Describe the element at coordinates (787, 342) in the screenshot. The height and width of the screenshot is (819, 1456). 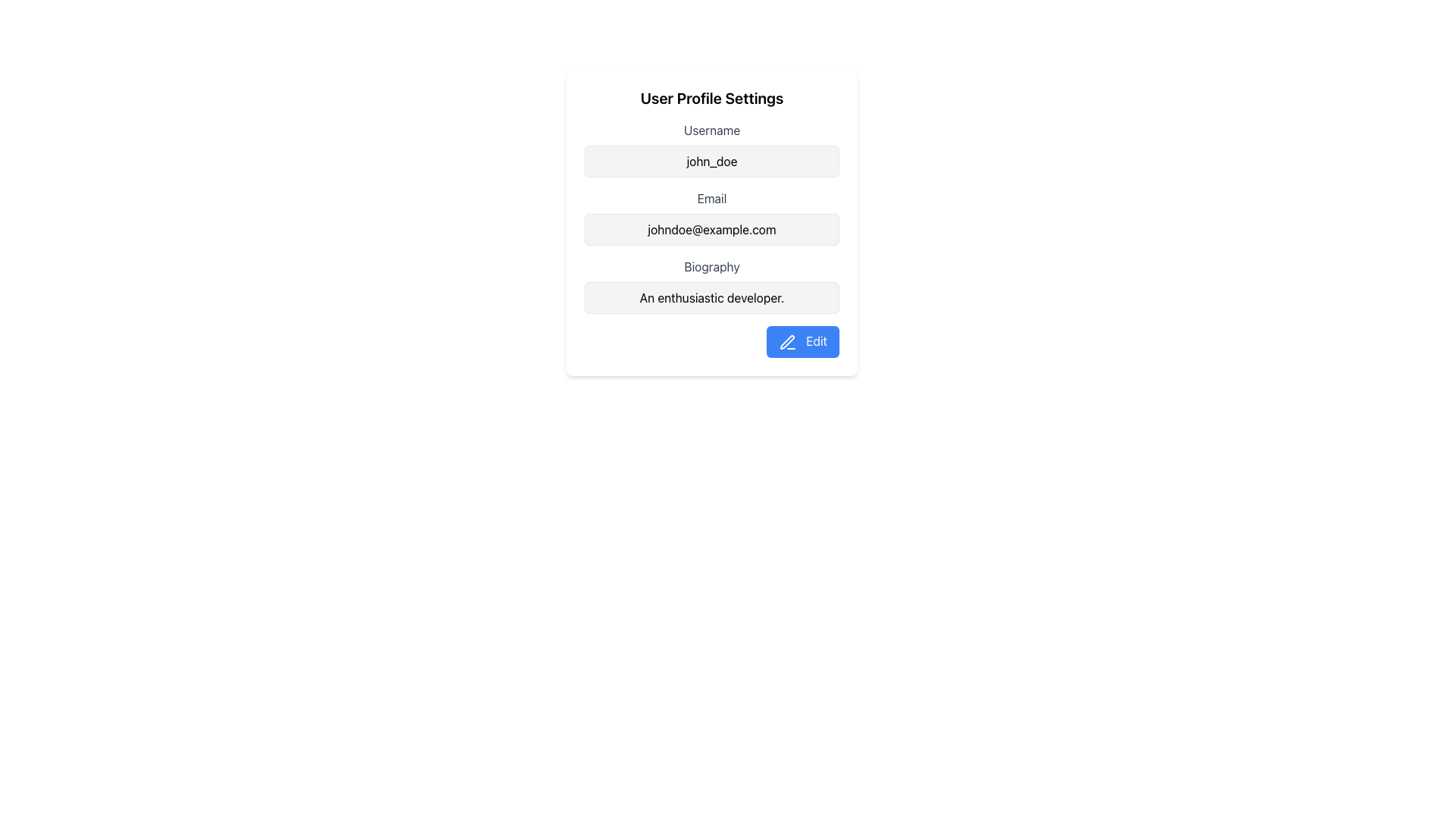
I see `the pen-shaped icon with a white outline located within the blue 'Edit' button at the lower-right corner of the profile card` at that location.